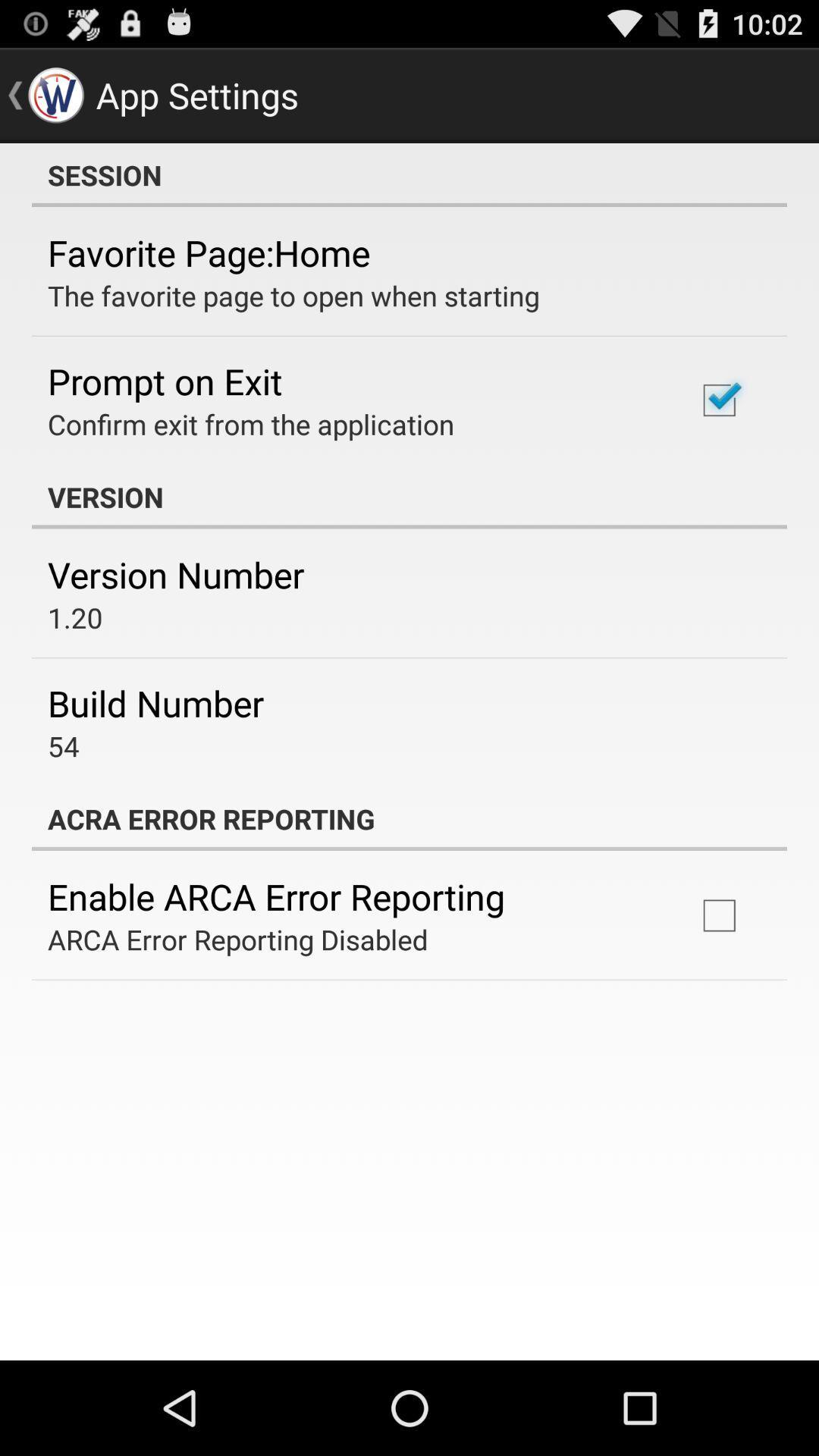  Describe the element at coordinates (409, 174) in the screenshot. I see `session app` at that location.